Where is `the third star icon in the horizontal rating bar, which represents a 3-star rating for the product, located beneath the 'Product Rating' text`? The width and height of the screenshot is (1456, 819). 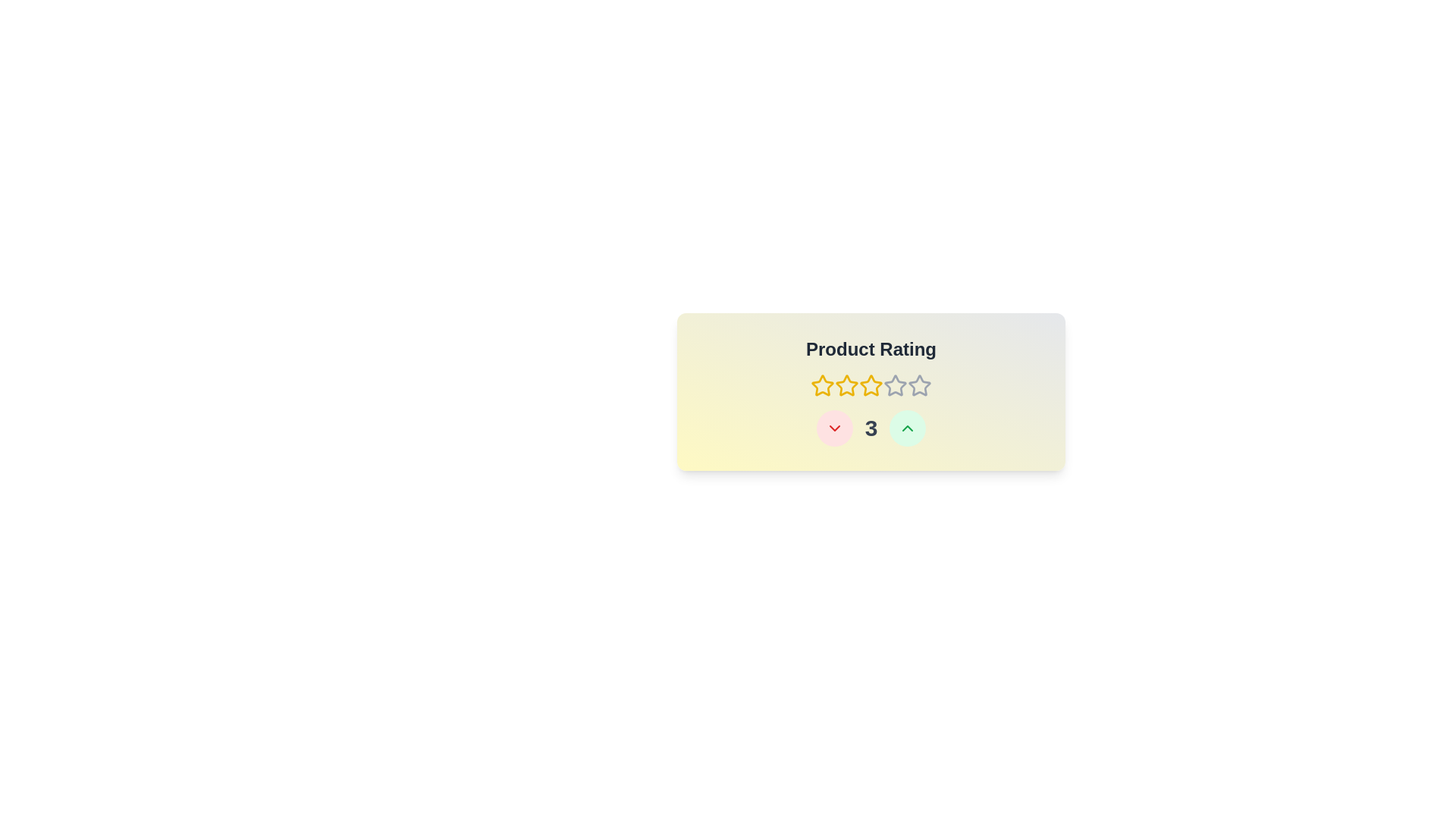 the third star icon in the horizontal rating bar, which represents a 3-star rating for the product, located beneath the 'Product Rating' text is located at coordinates (846, 385).